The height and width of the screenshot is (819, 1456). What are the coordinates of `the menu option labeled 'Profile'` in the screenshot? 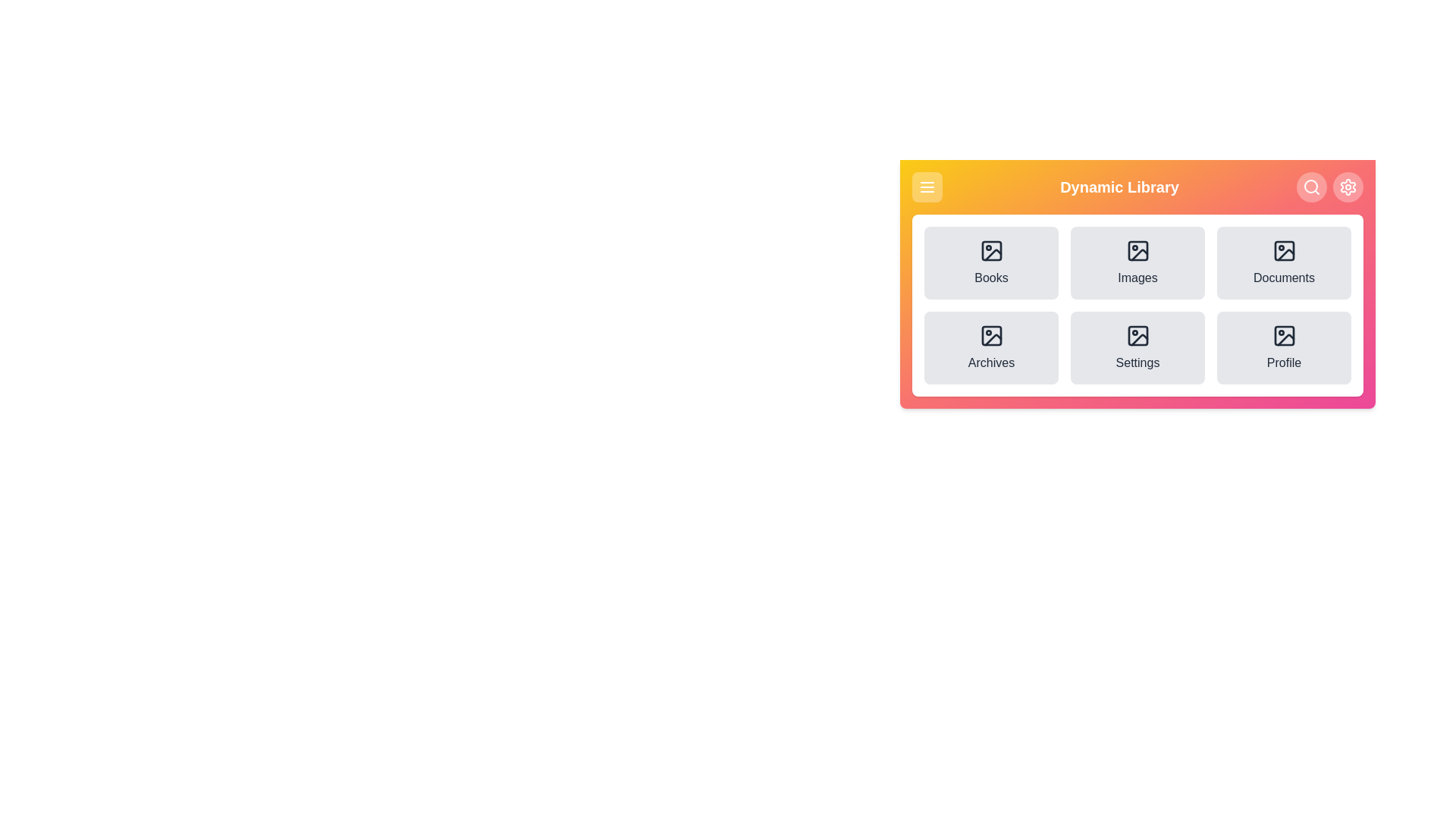 It's located at (1283, 348).